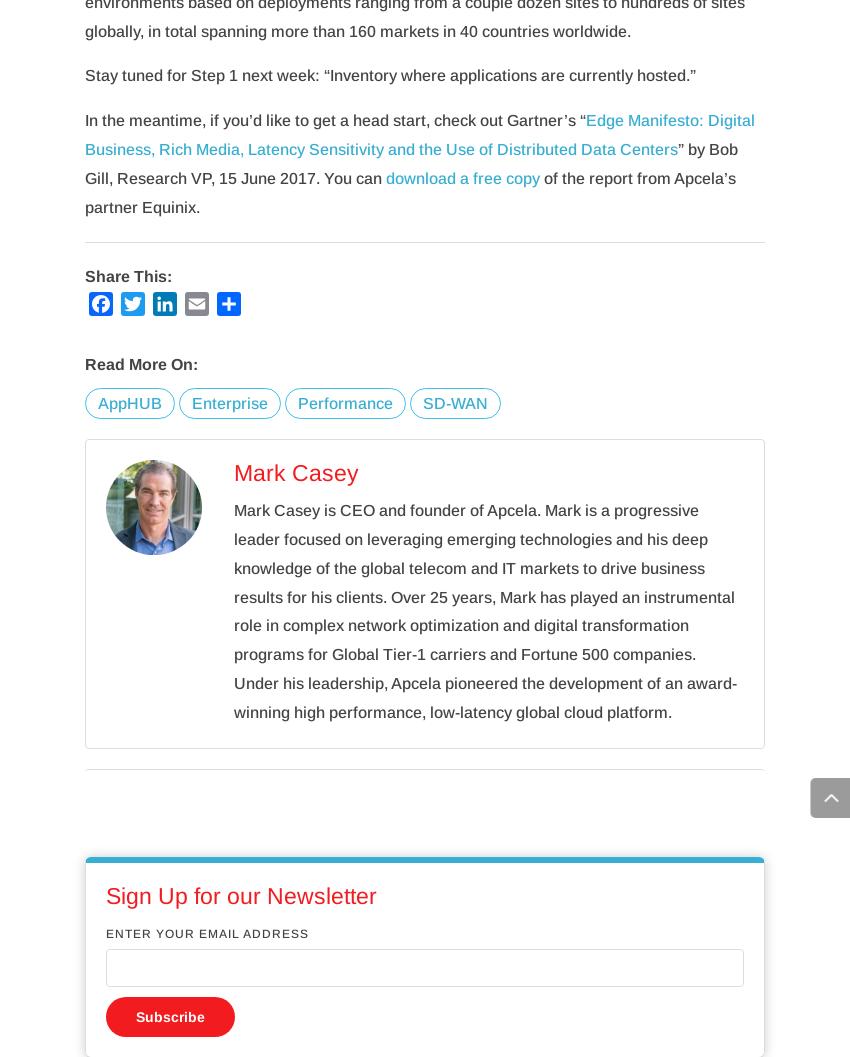 The height and width of the screenshot is (1057, 850). Describe the element at coordinates (484, 611) in the screenshot. I see `'Mark Casey is CEO and founder of Apcela.  Mark is a progressive leader focused on leveraging emerging technologies and his deep knowledge of the global telecom and IT markets to drive business results for his clients. Over 25 years, Mark has played an instrumental role in complex network optimization and digital transformation programs for Global Tier-1 carriers and Fortune 500 companies. Under his leadership, Apcela pioneered the development of an award-winning high performance, low-latency global cloud platform.'` at that location.